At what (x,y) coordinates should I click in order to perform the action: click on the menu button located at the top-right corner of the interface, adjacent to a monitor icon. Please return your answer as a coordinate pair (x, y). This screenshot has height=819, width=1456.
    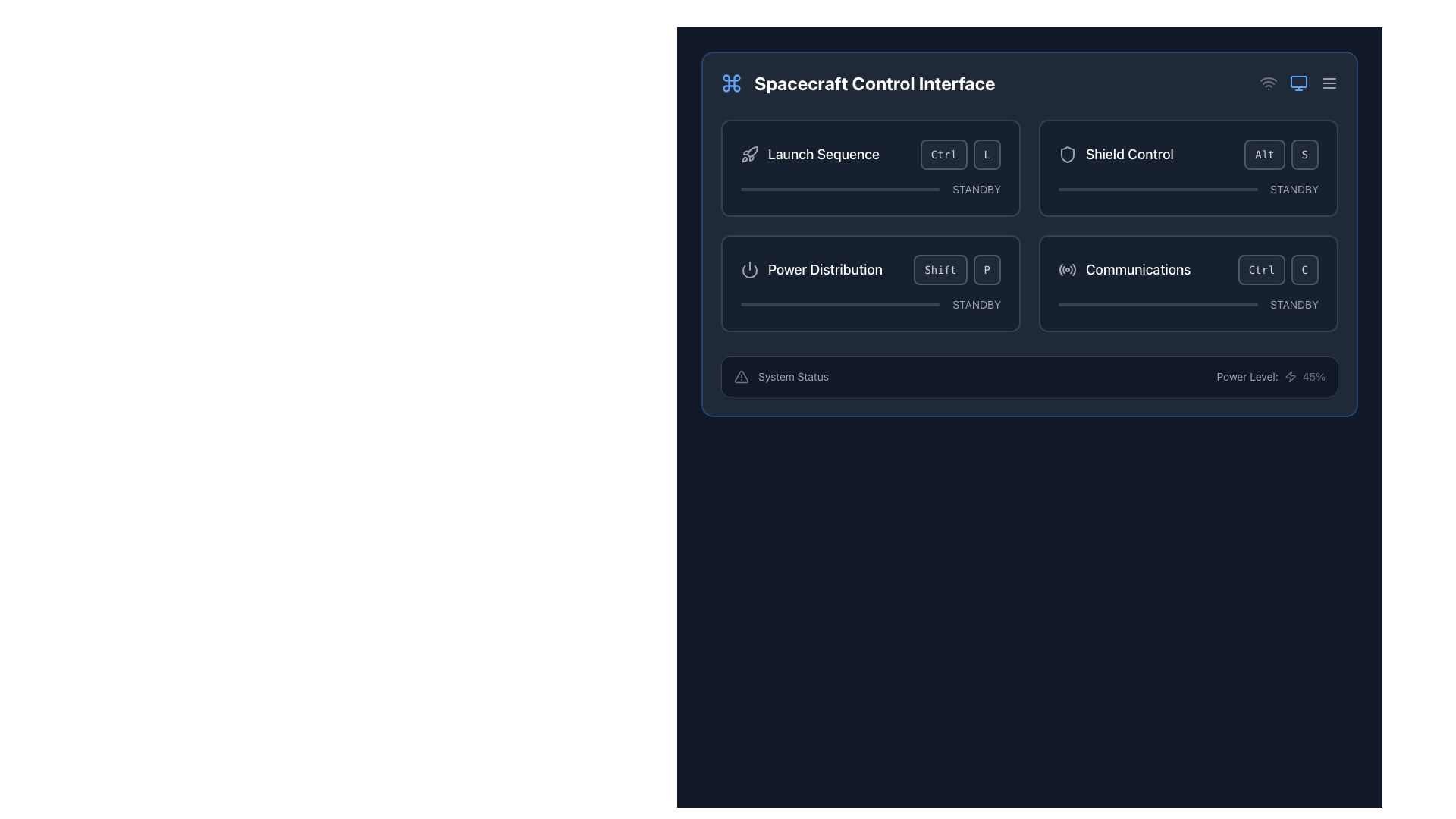
    Looking at the image, I should click on (1328, 83).